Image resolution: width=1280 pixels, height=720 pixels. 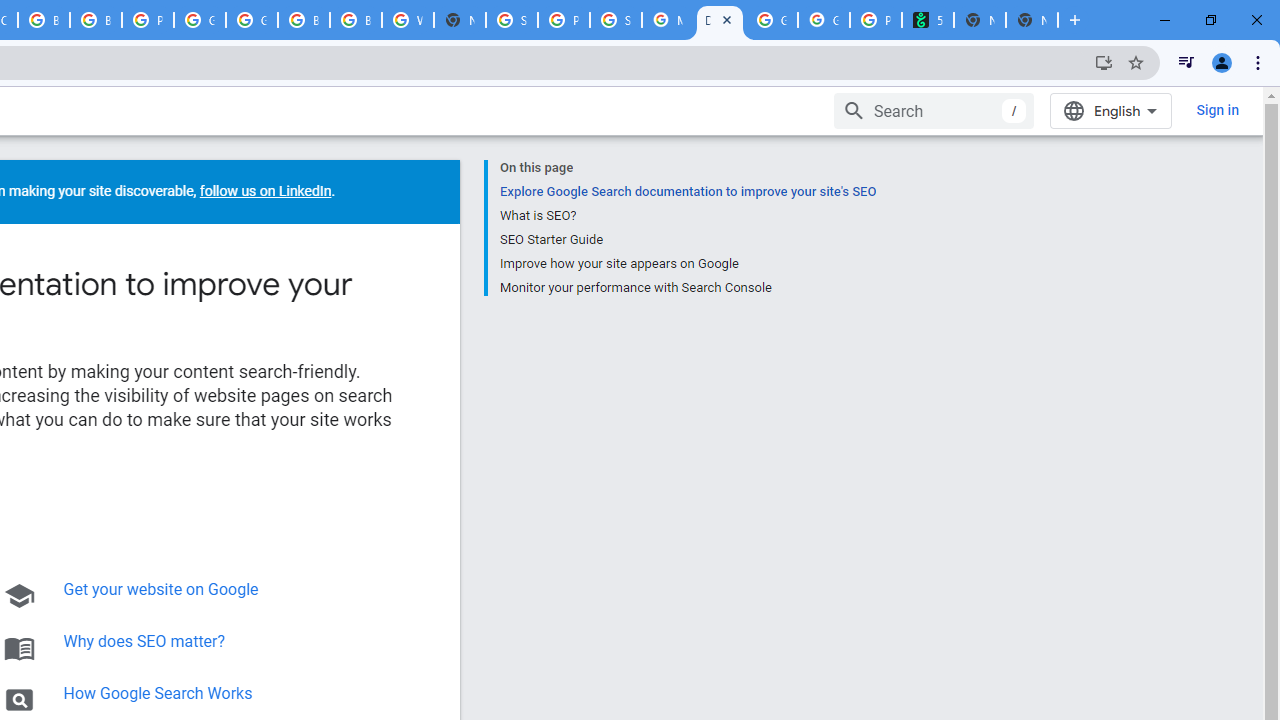 I want to click on 'English', so click(x=1110, y=110).